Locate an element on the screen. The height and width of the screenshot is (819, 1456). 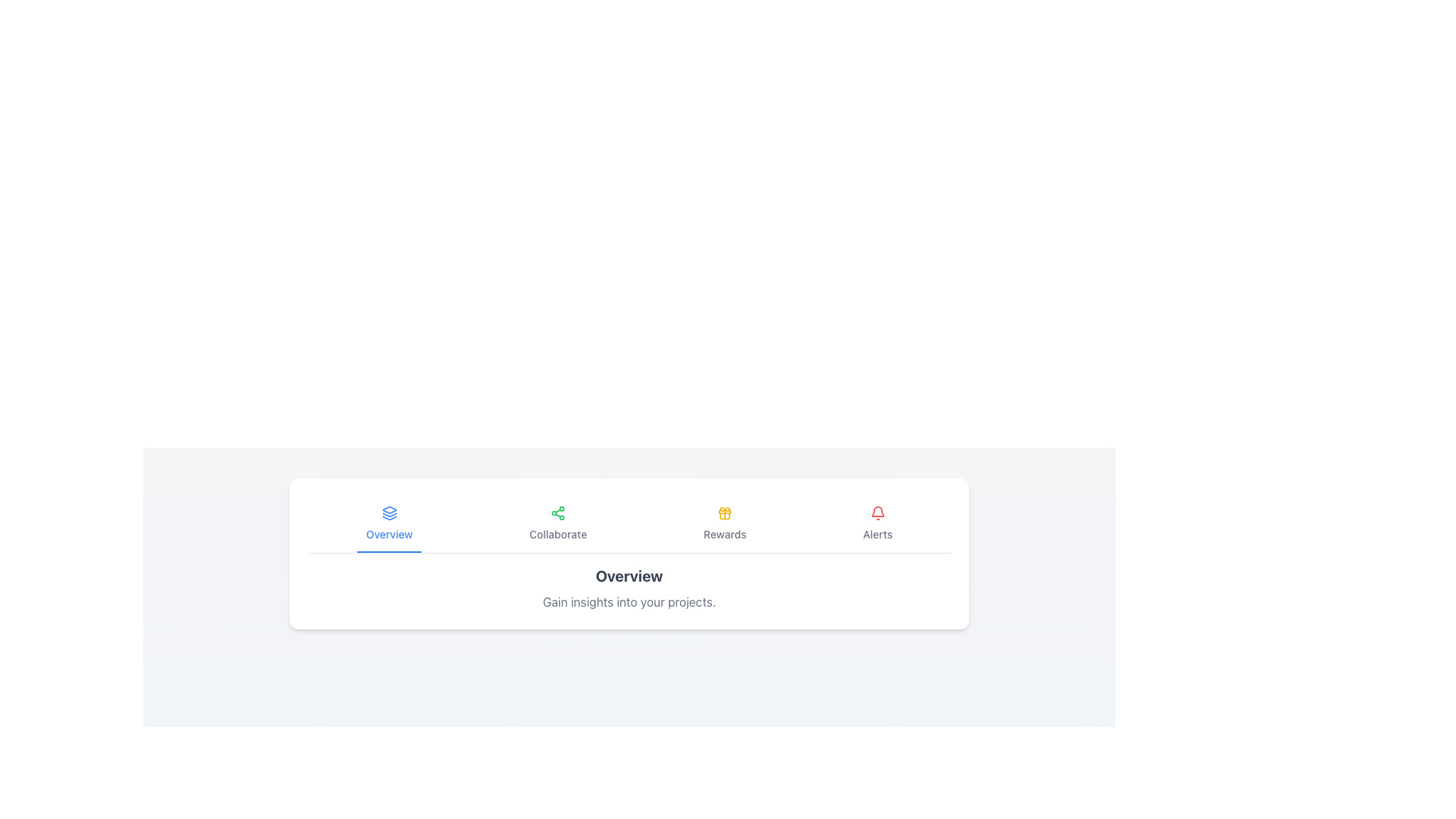
the 'Collaborate' button, which features a green icon with three connected nodes and the text 'Collaborate' in medium gray below it is located at coordinates (557, 523).